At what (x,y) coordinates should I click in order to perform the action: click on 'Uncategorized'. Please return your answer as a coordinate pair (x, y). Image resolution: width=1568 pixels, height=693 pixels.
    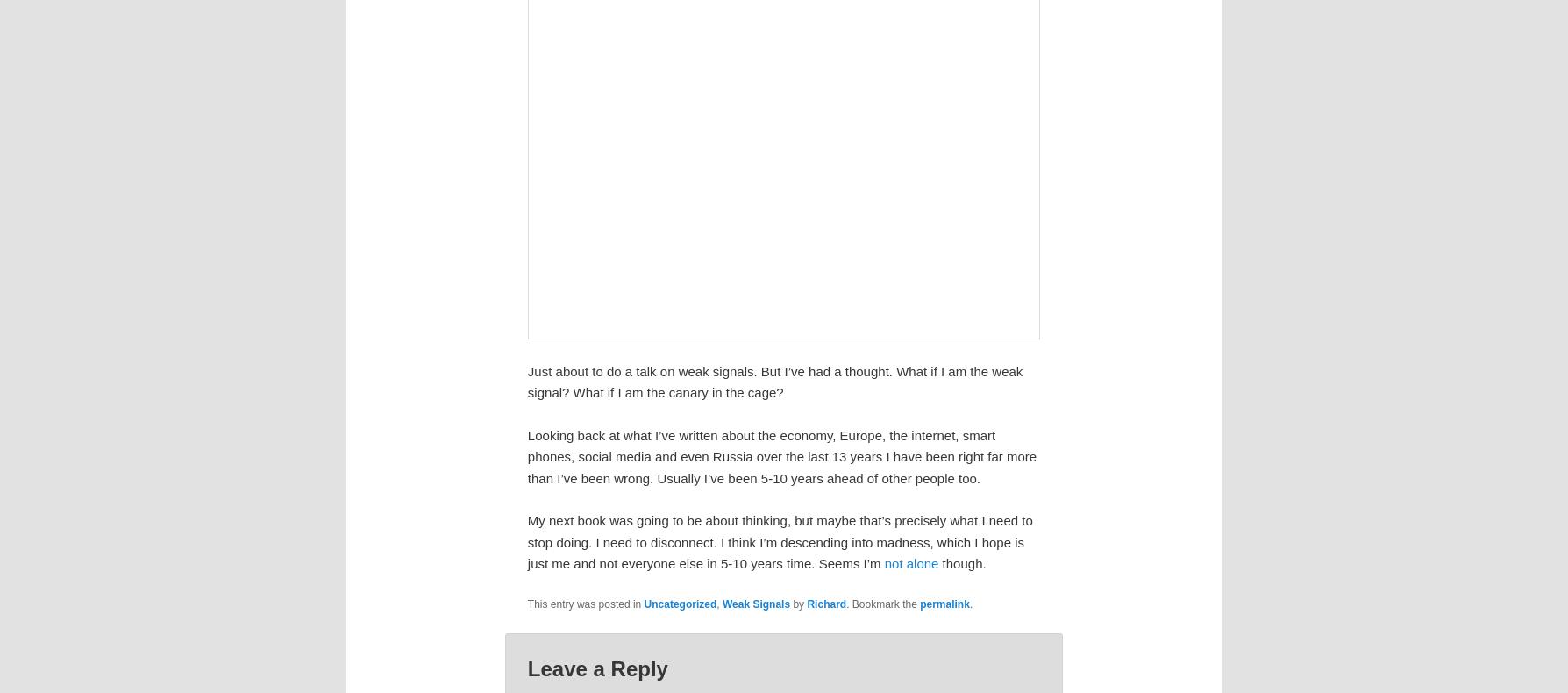
    Looking at the image, I should click on (679, 603).